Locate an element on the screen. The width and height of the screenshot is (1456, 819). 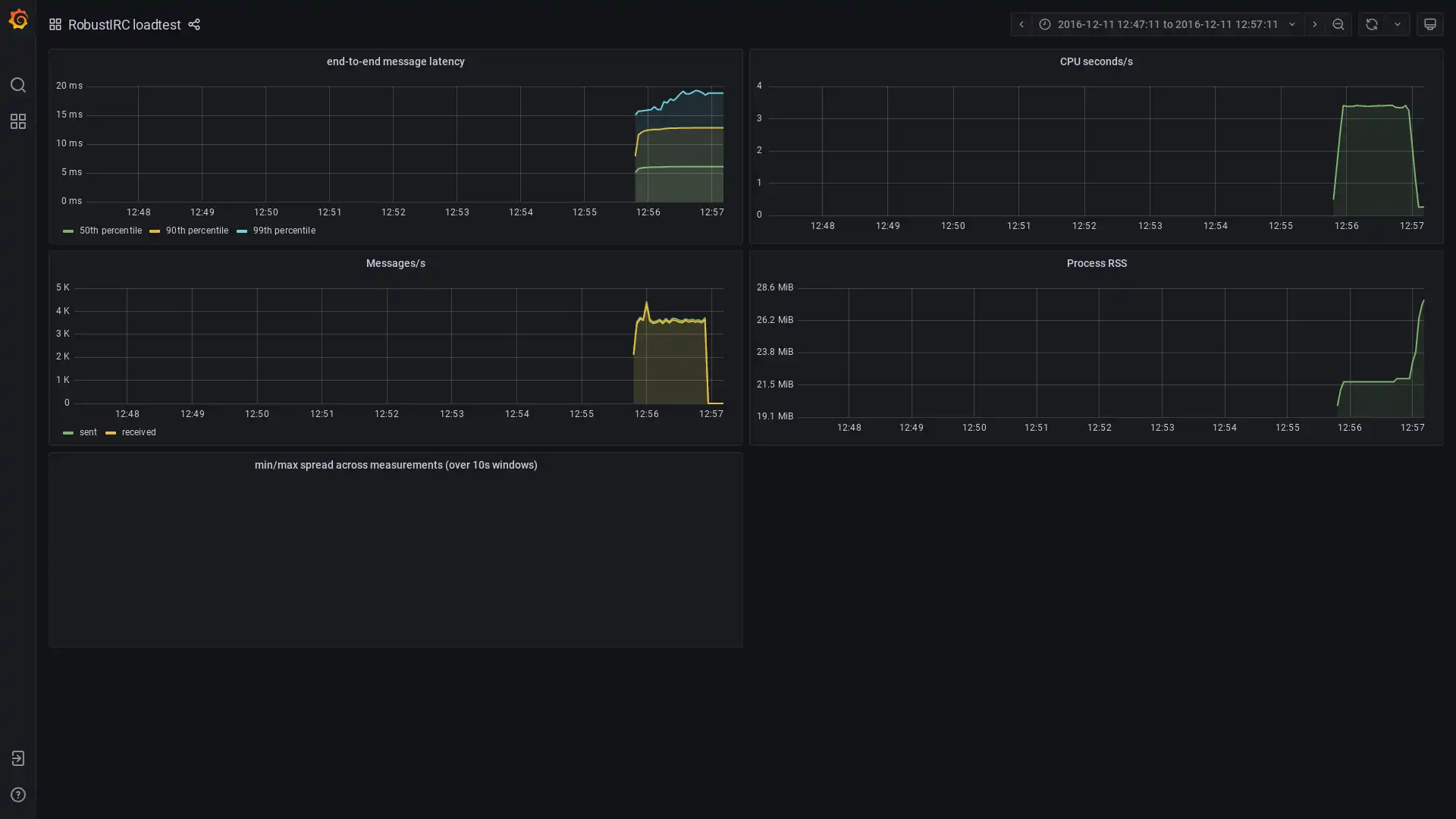
Share dashboard or panel is located at coordinates (192, 24).